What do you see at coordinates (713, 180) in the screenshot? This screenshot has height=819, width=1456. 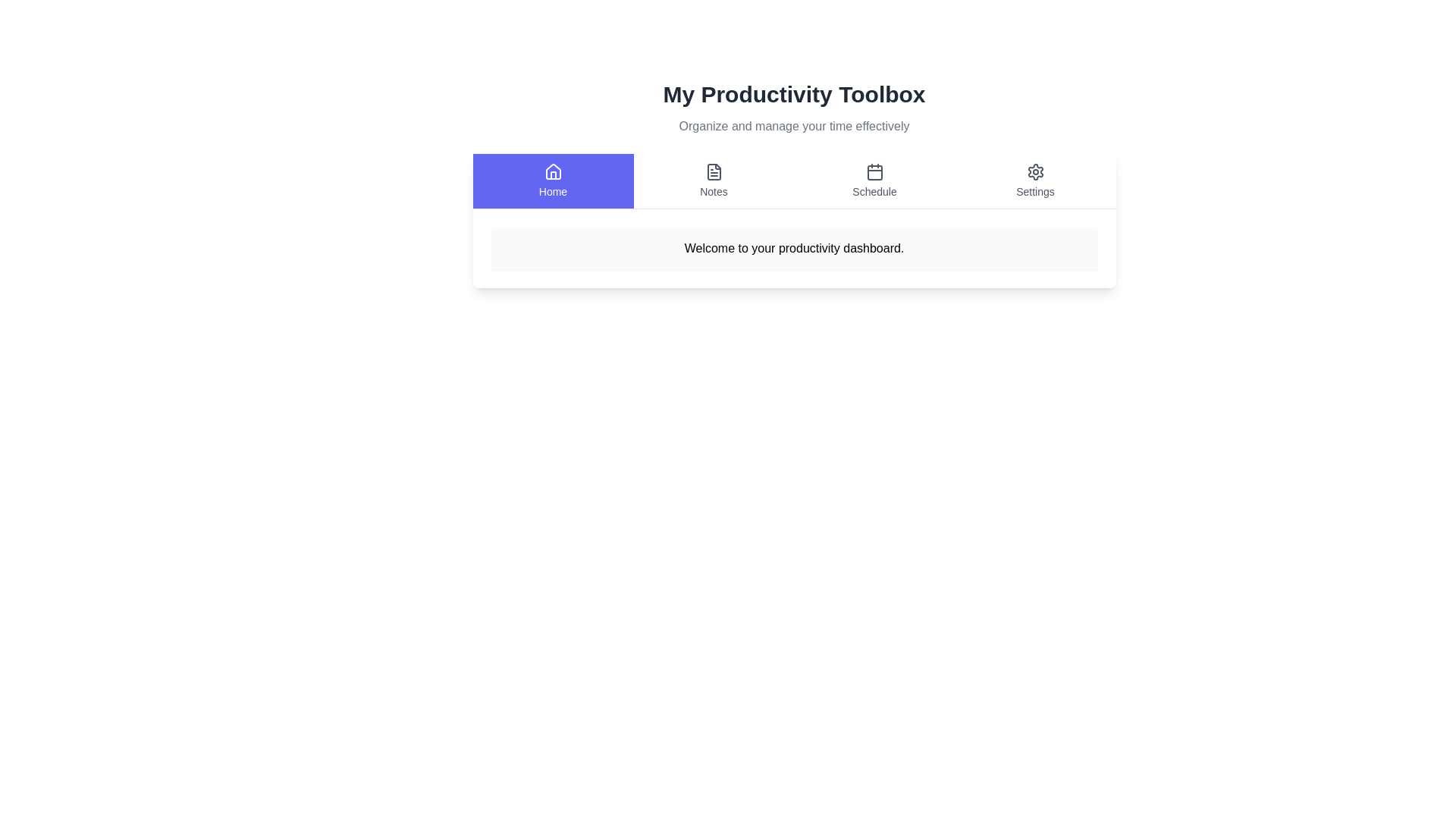 I see `the 'Notes' button located on the navigation bar` at bounding box center [713, 180].